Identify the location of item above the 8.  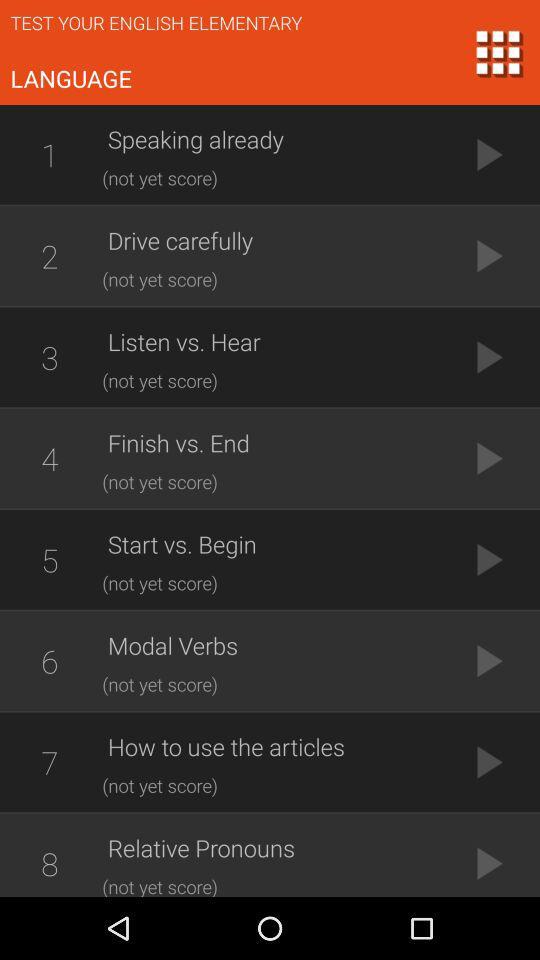
(49, 761).